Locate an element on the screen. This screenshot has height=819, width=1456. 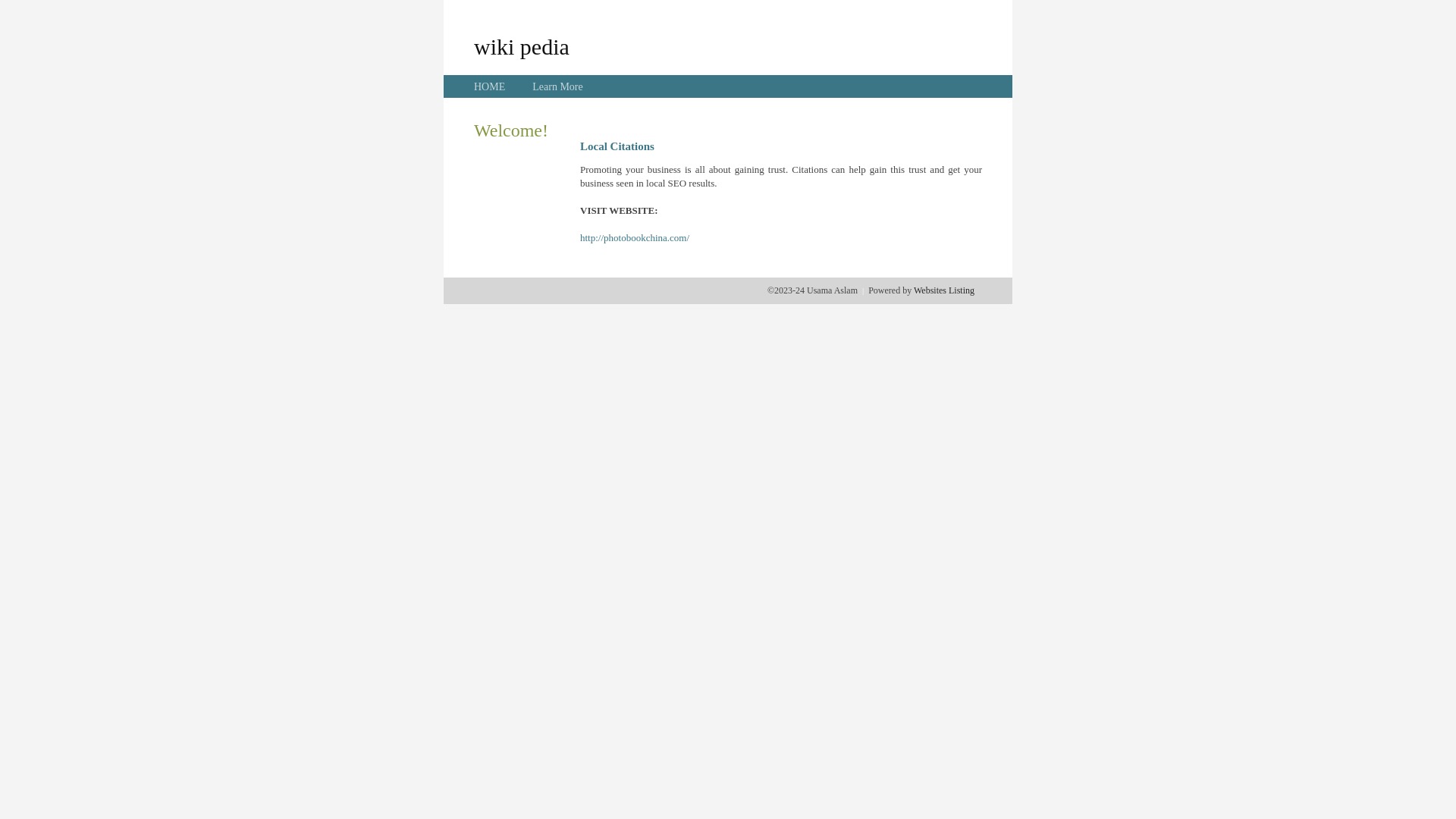
'wiki pedia' is located at coordinates (521, 45).